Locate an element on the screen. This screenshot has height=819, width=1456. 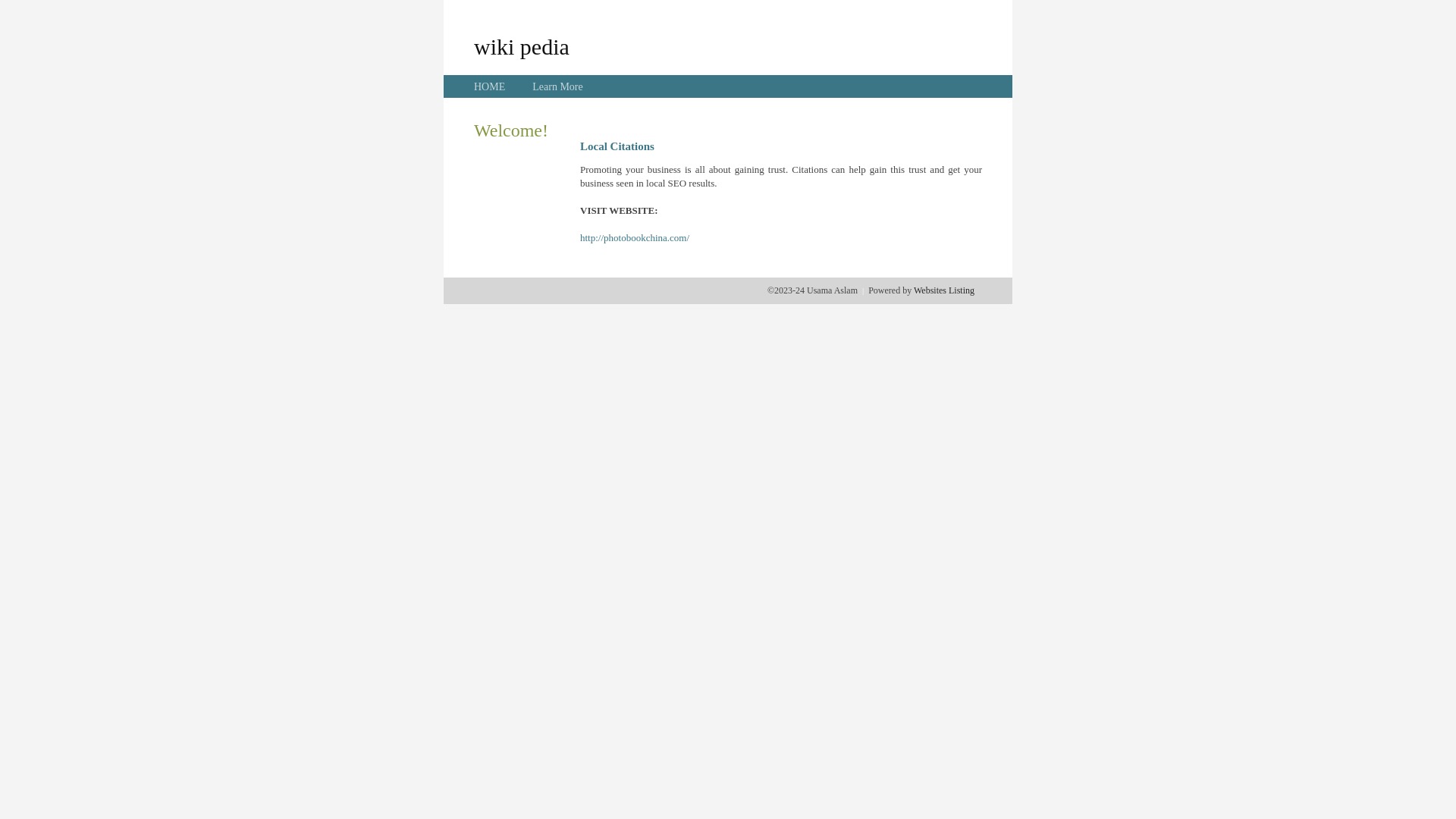
'wiki pedia' is located at coordinates (521, 45).